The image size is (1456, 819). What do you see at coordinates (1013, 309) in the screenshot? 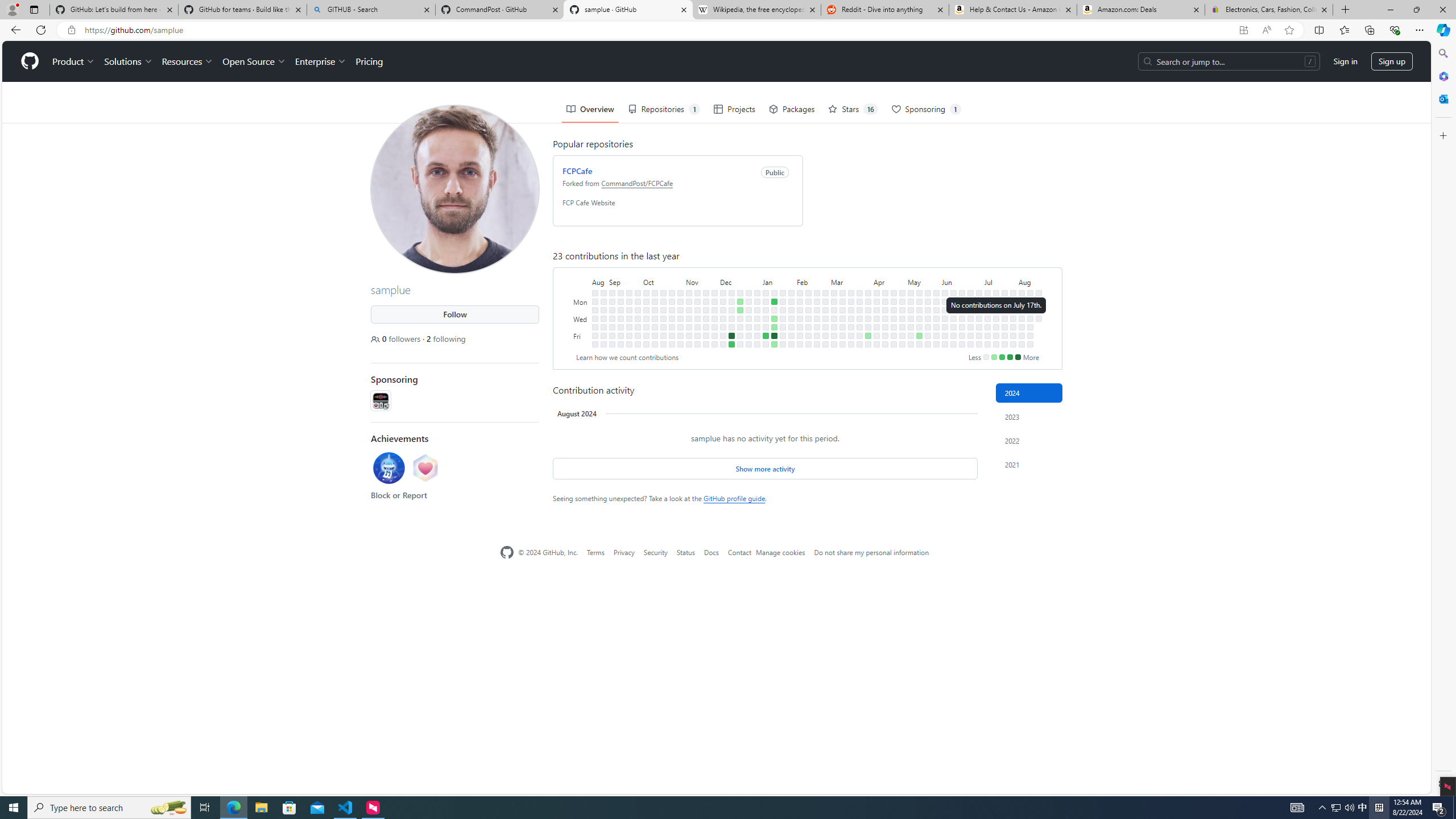
I see `'No contributions on July 30th.'` at bounding box center [1013, 309].